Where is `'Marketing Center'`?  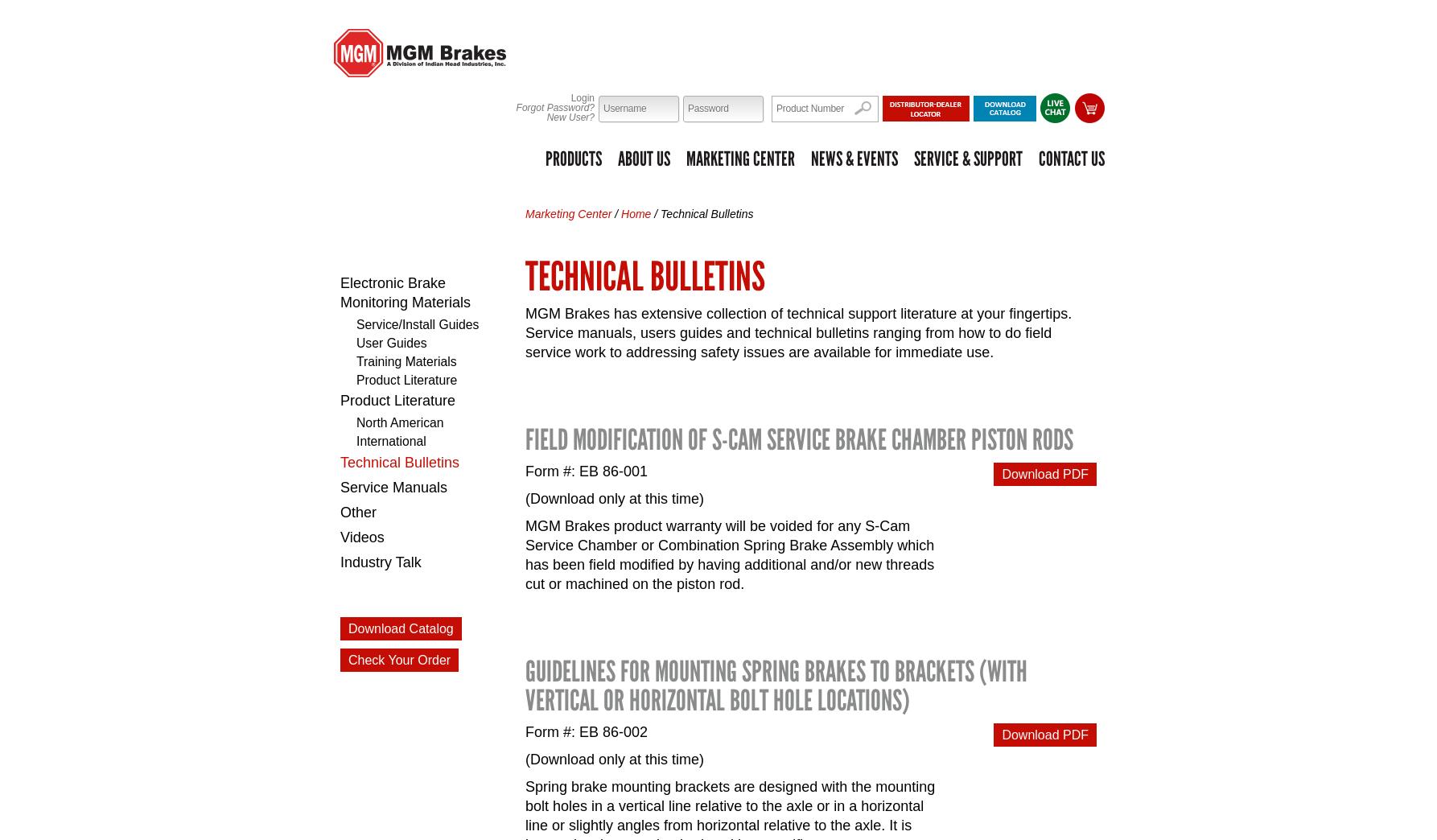 'Marketing Center' is located at coordinates (570, 212).